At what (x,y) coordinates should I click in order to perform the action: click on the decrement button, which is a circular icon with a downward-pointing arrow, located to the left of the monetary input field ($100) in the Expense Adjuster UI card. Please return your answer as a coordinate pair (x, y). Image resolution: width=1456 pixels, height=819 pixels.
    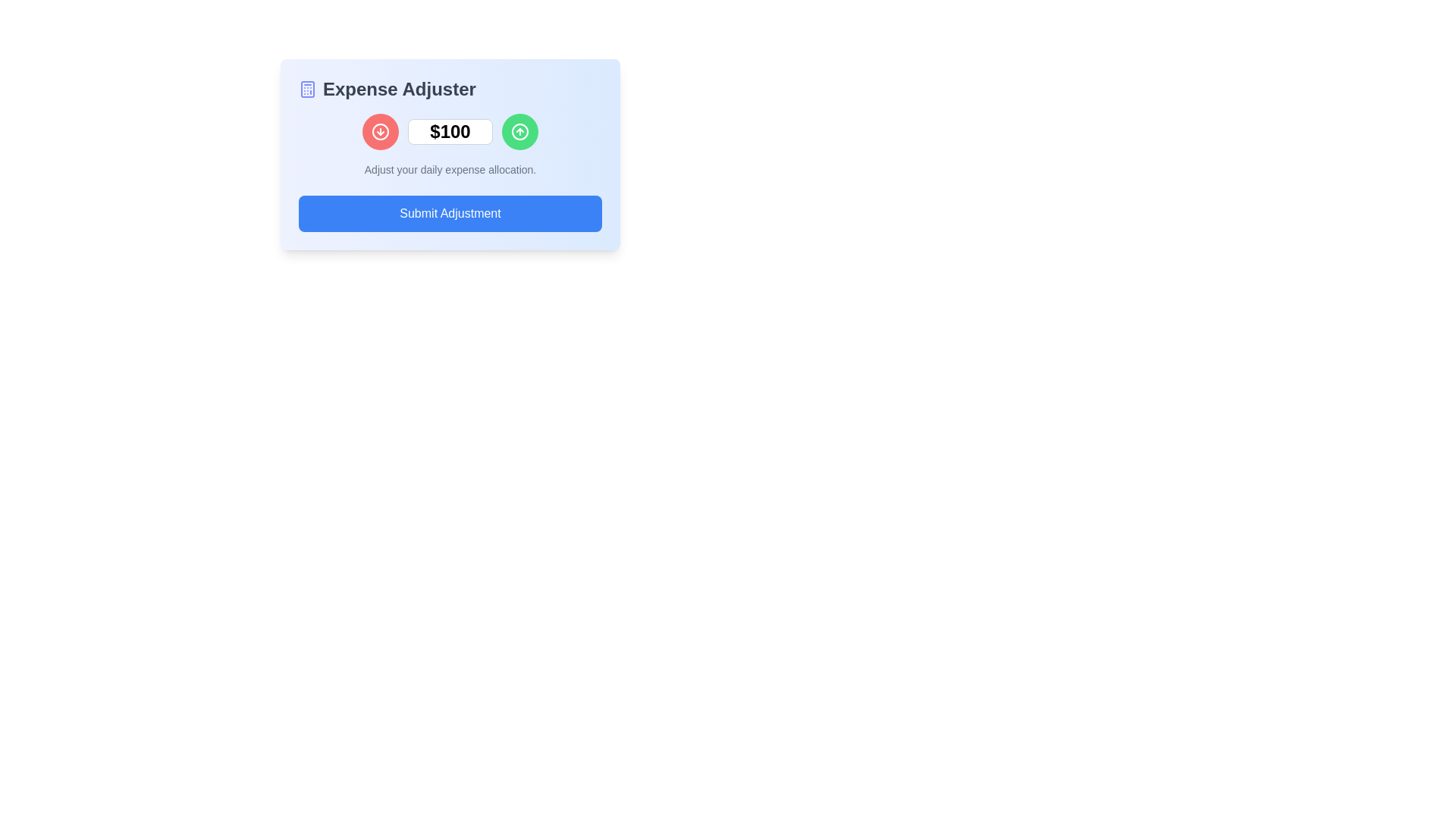
    Looking at the image, I should click on (381, 130).